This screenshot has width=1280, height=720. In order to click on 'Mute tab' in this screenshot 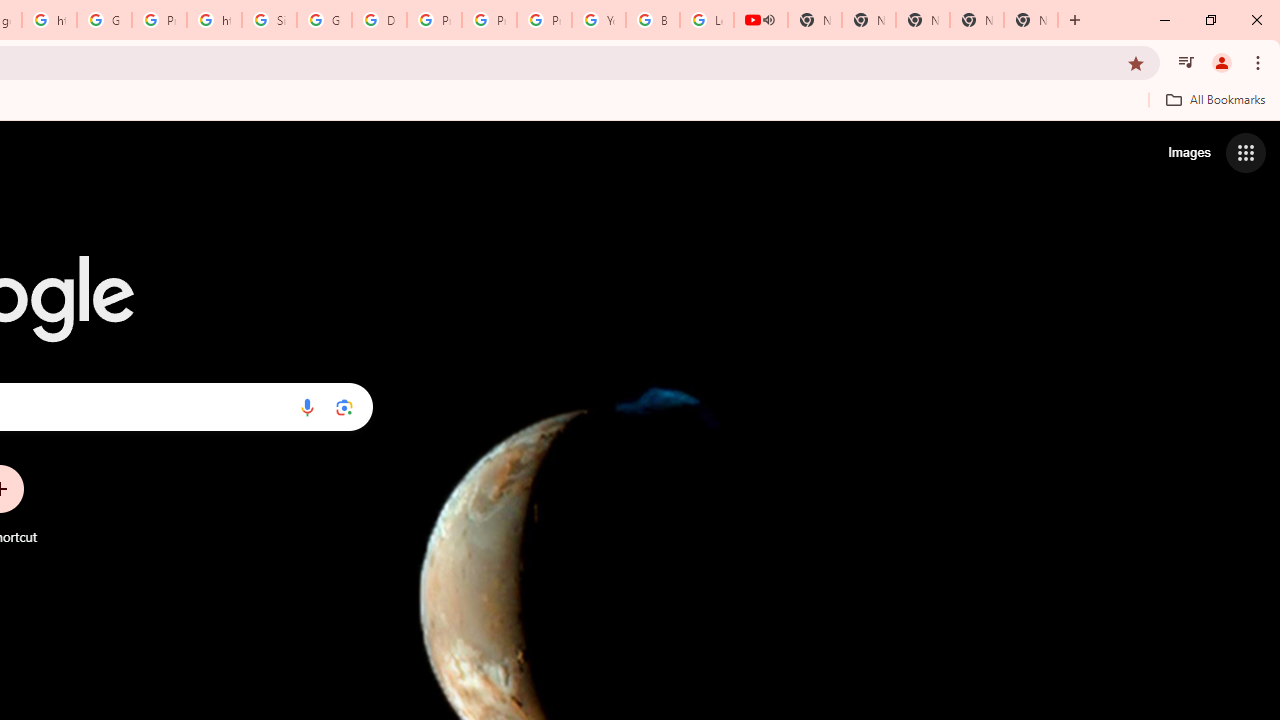, I will do `click(768, 20)`.